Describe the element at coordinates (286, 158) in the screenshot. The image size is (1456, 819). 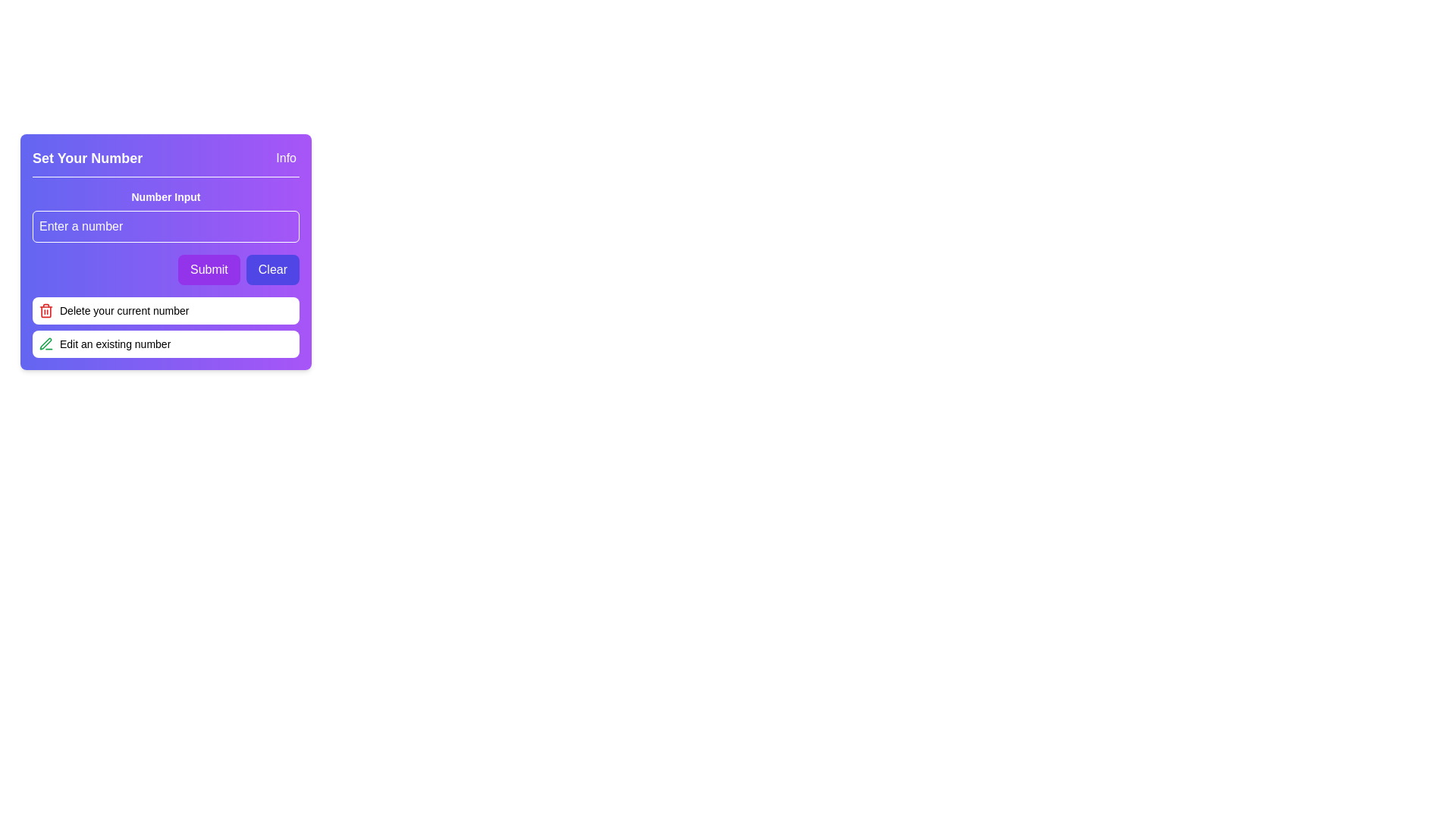
I see `the help button located at the upper-right corner of the 'Set Your Number' section` at that location.